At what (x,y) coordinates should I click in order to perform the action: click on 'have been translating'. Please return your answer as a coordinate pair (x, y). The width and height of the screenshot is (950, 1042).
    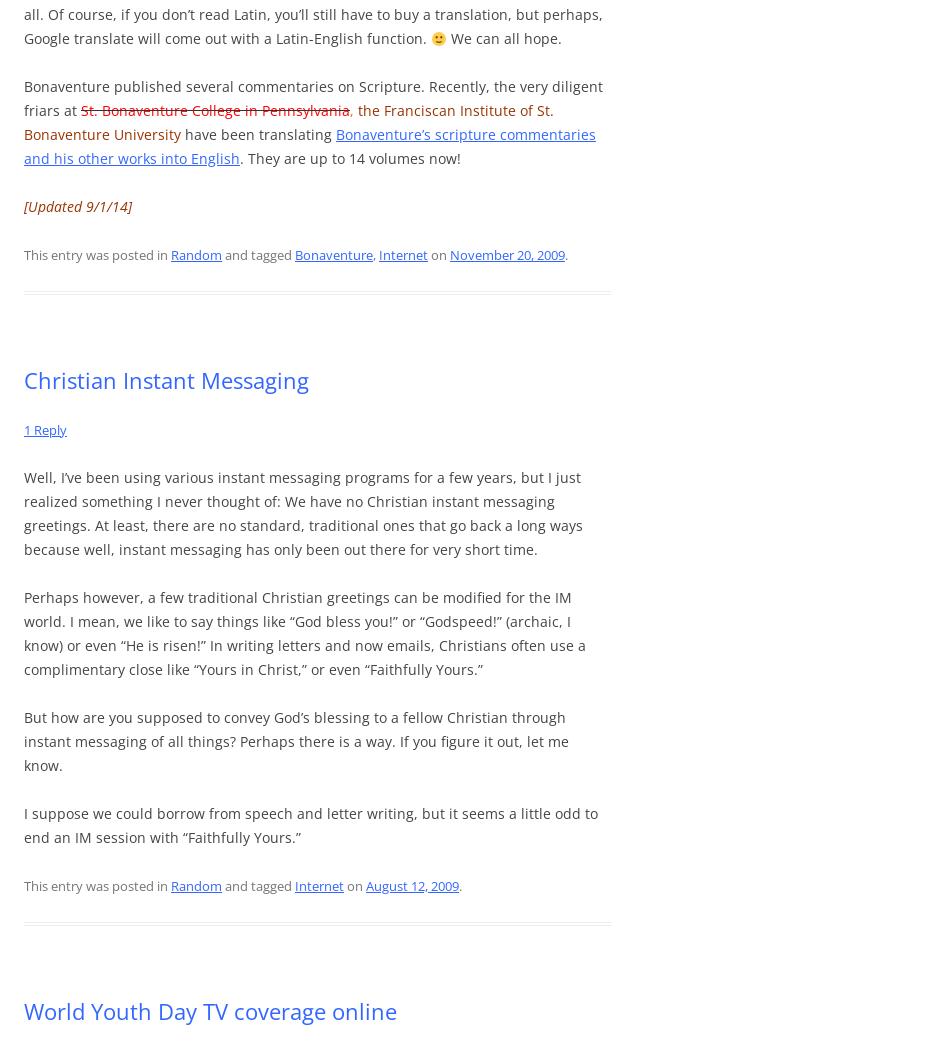
    Looking at the image, I should click on (180, 134).